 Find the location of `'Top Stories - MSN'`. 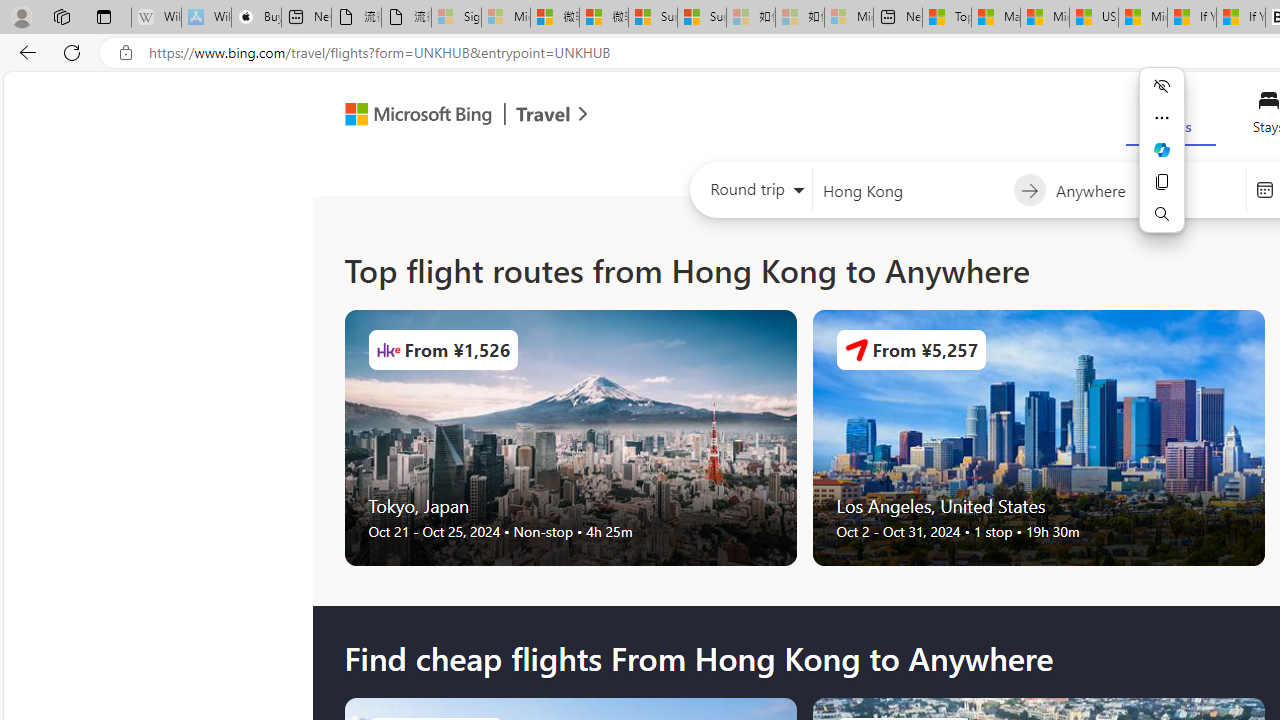

'Top Stories - MSN' is located at coordinates (946, 17).